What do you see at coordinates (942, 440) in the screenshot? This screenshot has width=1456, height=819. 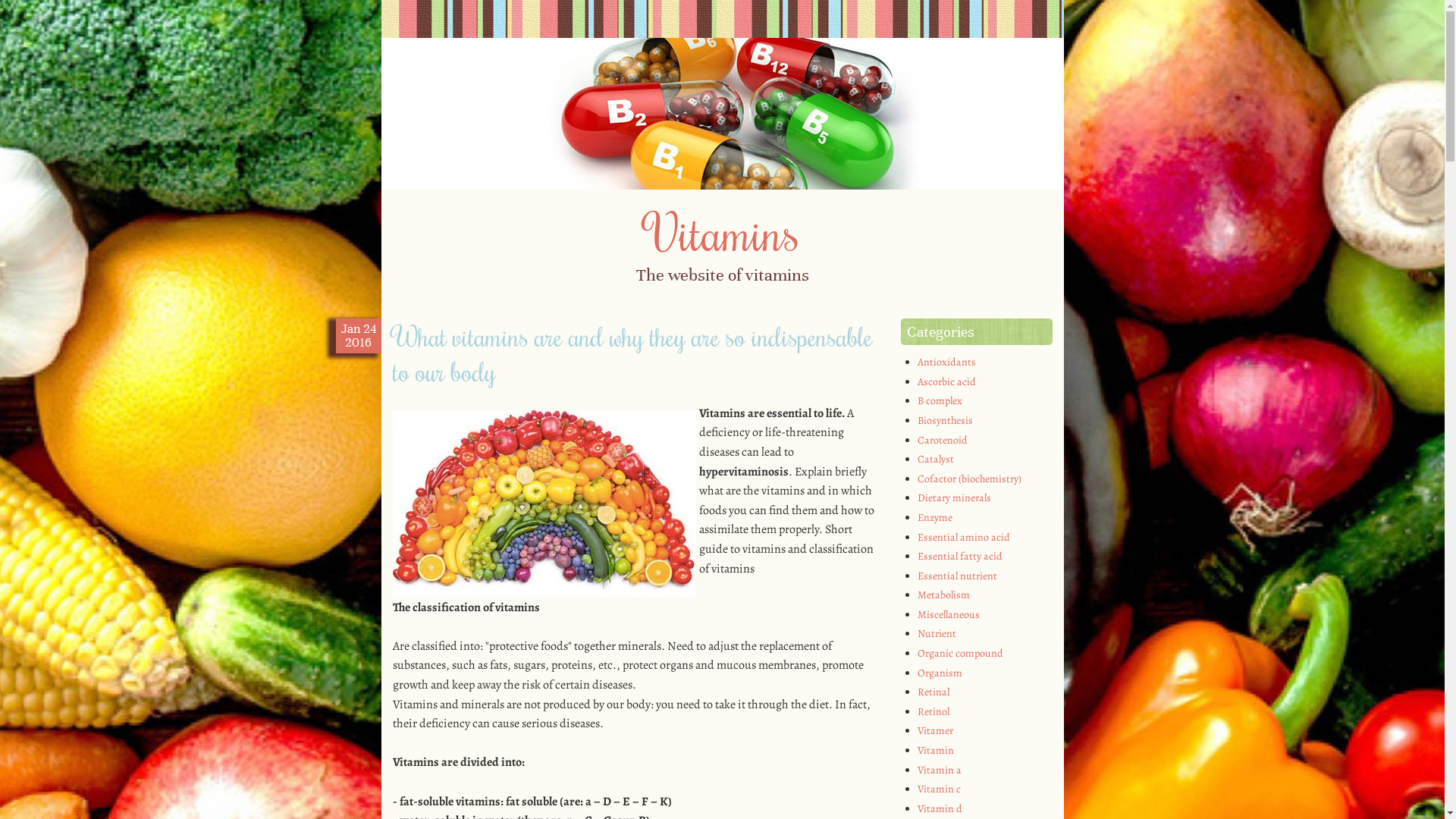 I see `'Carotenoid'` at bounding box center [942, 440].